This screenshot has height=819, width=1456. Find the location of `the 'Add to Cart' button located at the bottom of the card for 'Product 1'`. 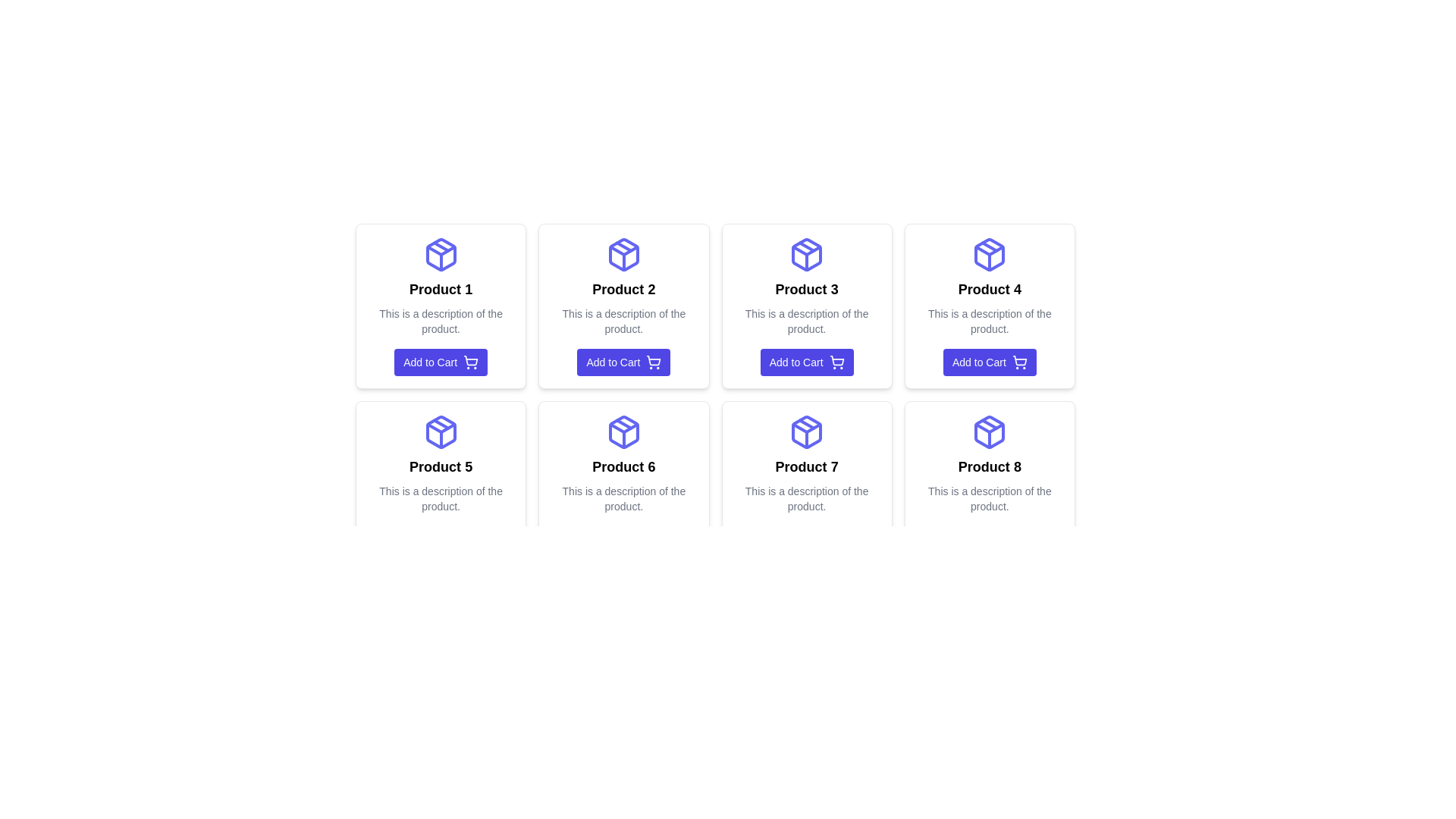

the 'Add to Cart' button located at the bottom of the card for 'Product 1' is located at coordinates (440, 362).